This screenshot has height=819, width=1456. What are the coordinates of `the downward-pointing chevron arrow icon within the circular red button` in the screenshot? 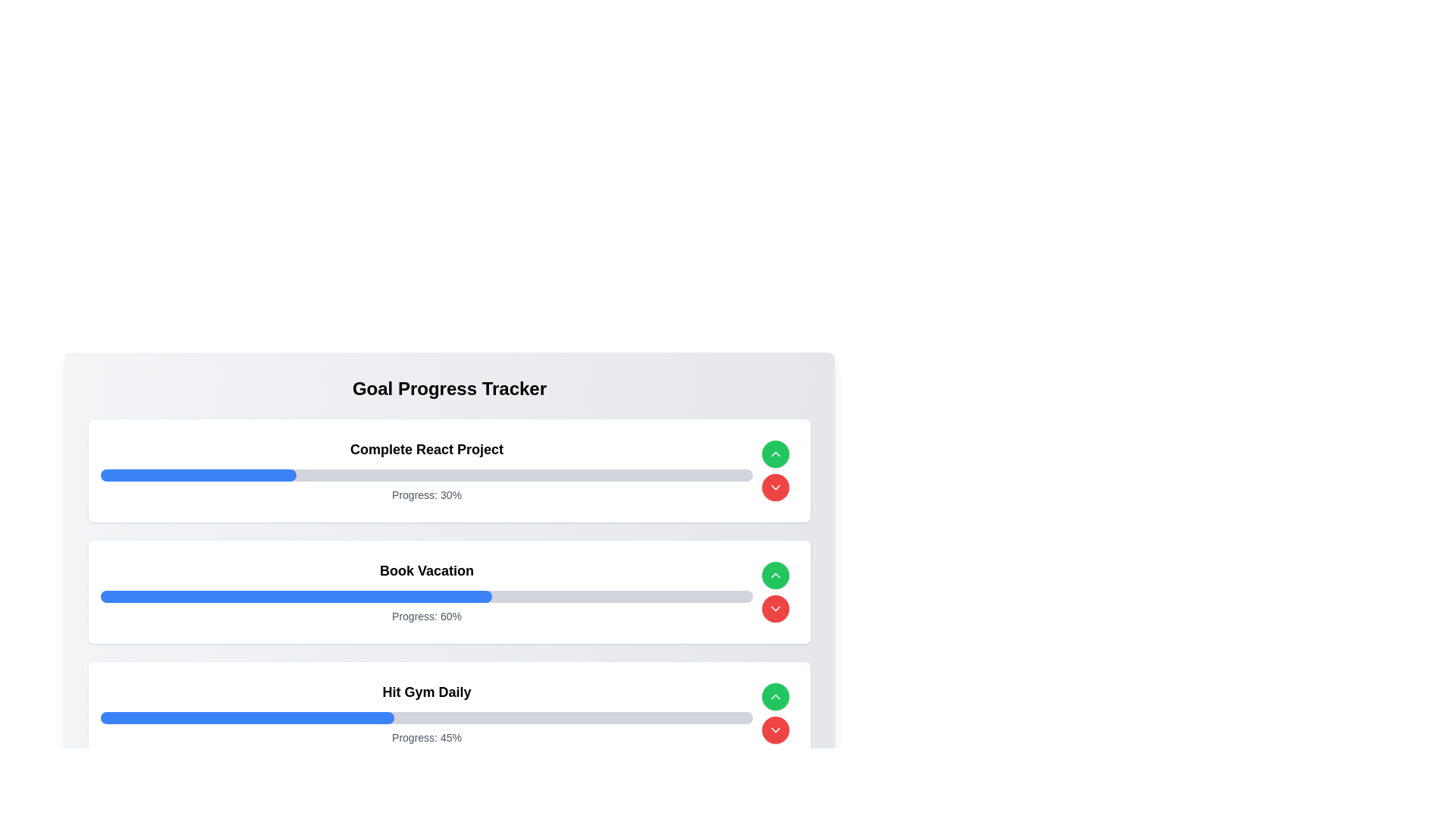 It's located at (775, 730).